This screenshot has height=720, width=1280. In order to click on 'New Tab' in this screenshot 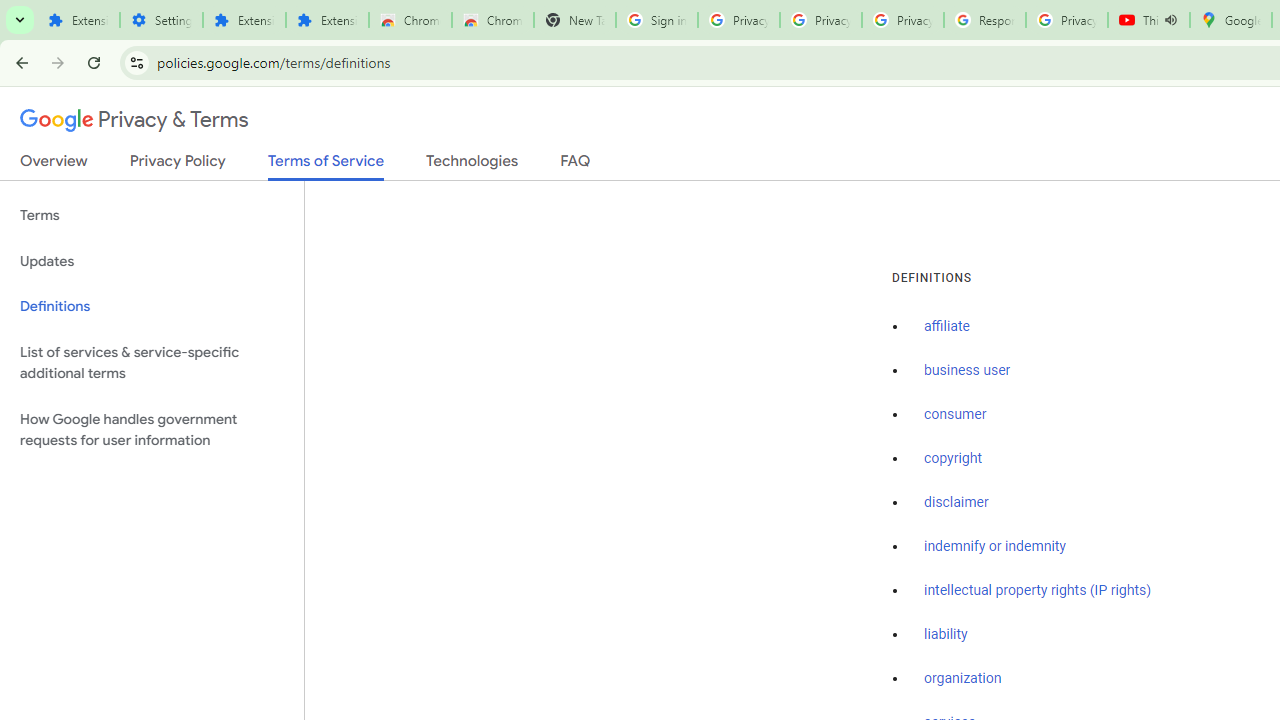, I will do `click(573, 20)`.